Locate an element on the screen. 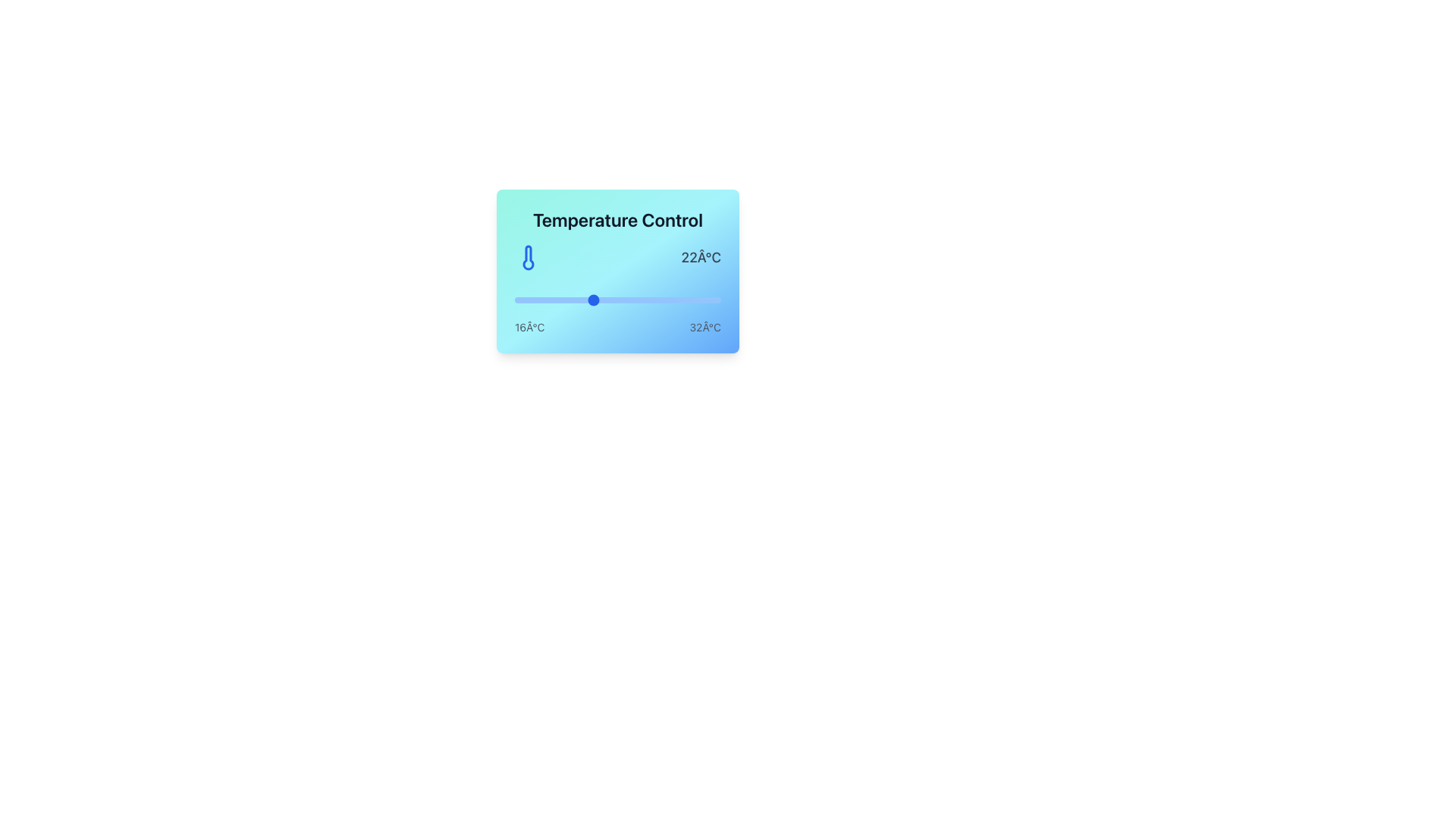 The image size is (1456, 819). the temperature is located at coordinates (528, 300).